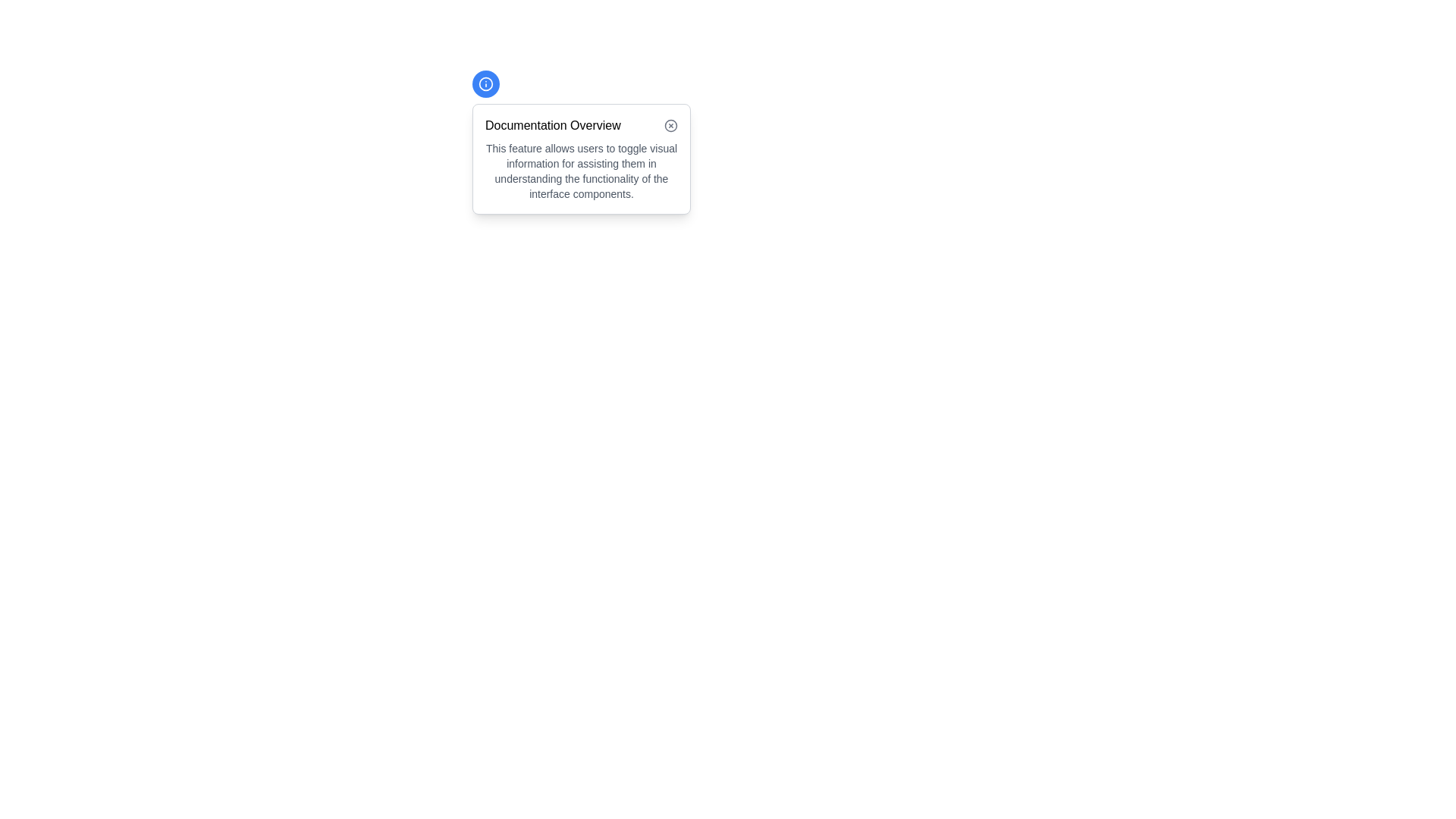 This screenshot has height=819, width=1456. Describe the element at coordinates (581, 171) in the screenshot. I see `descriptive information paragraph located below the 'Documentation Overview' header in the white card` at that location.